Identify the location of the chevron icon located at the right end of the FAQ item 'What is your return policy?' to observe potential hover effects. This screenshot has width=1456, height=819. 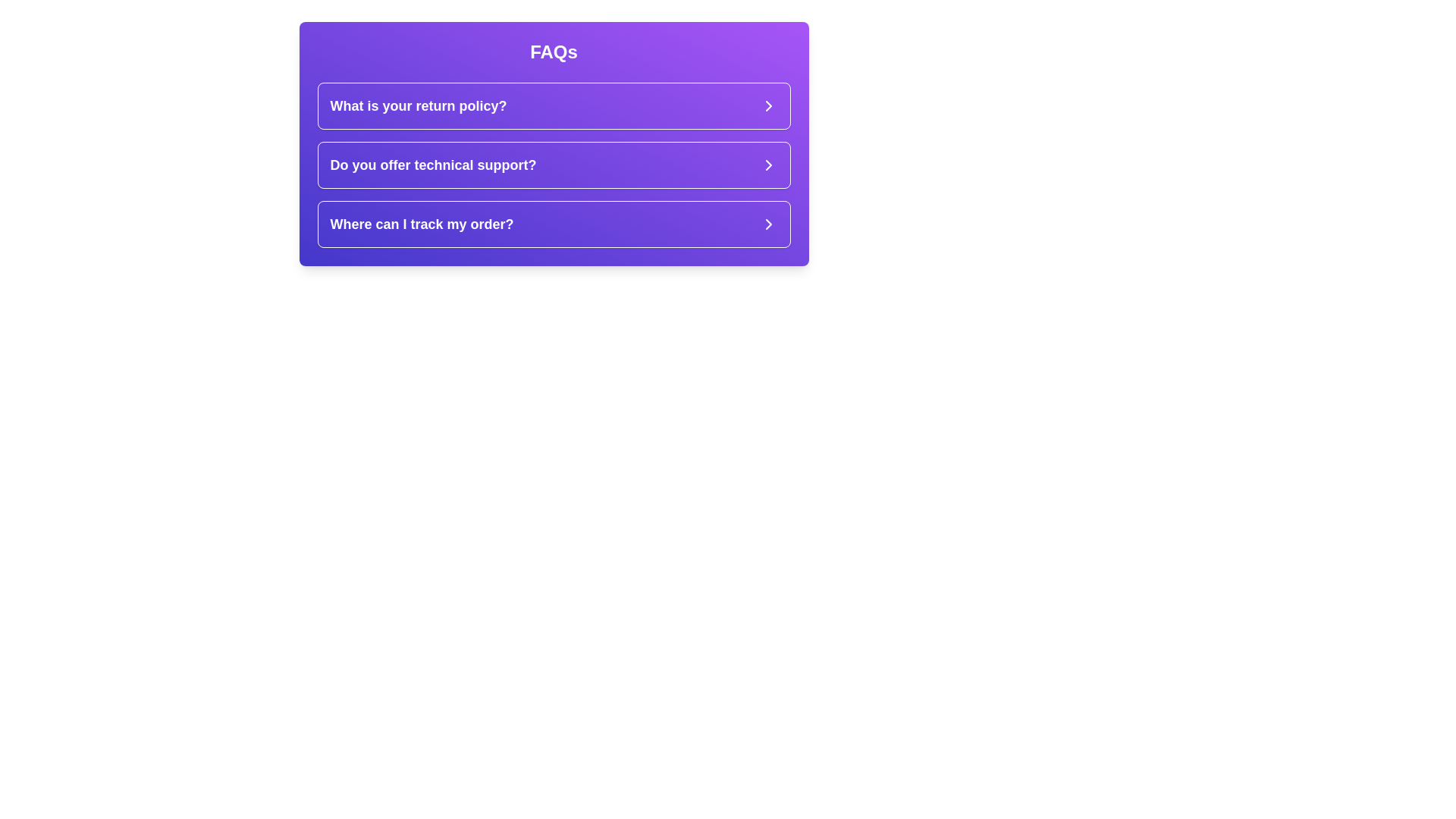
(768, 105).